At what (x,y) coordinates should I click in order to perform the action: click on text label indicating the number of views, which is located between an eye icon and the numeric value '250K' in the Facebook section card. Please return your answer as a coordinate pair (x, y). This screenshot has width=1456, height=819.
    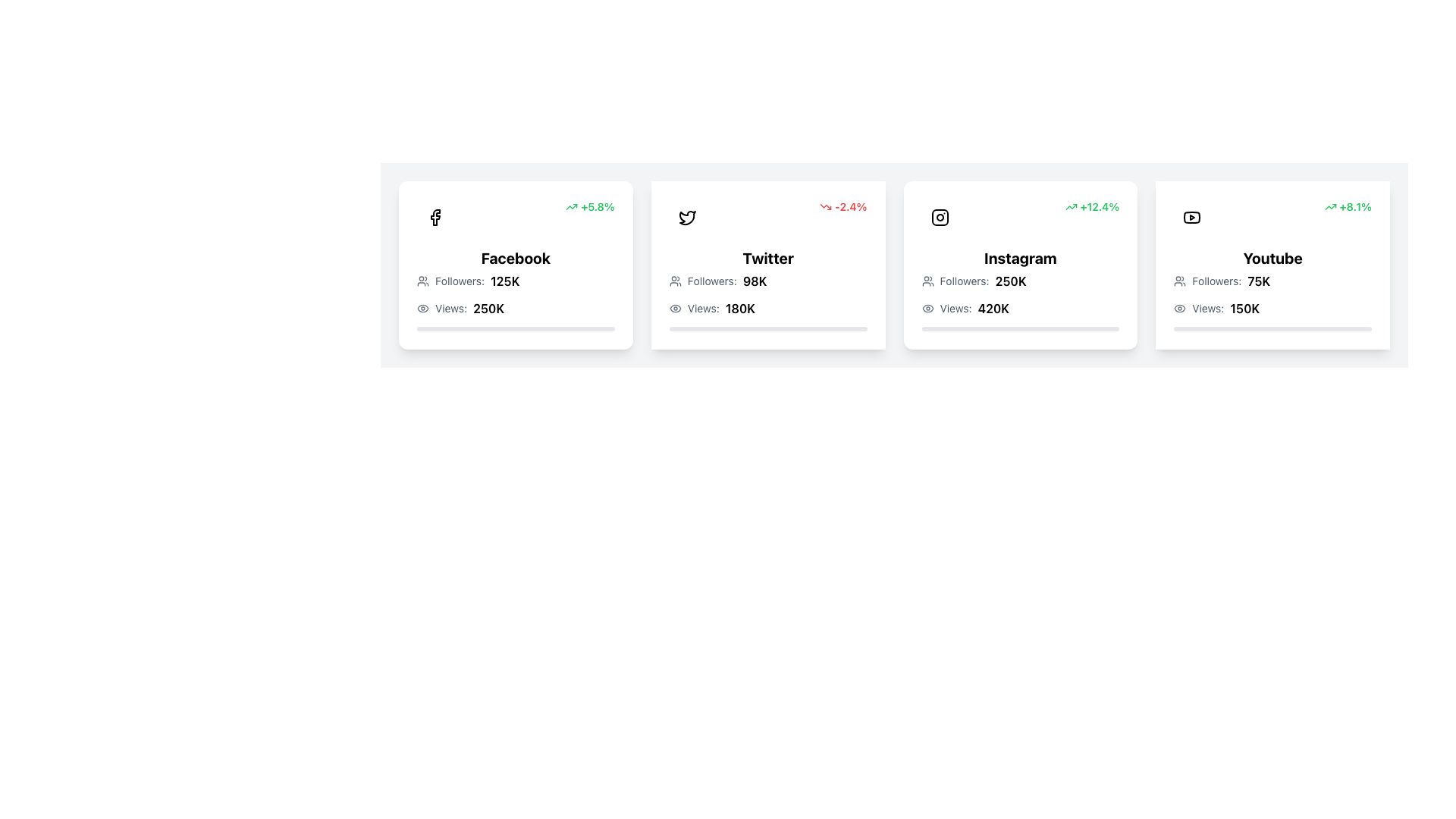
    Looking at the image, I should click on (450, 308).